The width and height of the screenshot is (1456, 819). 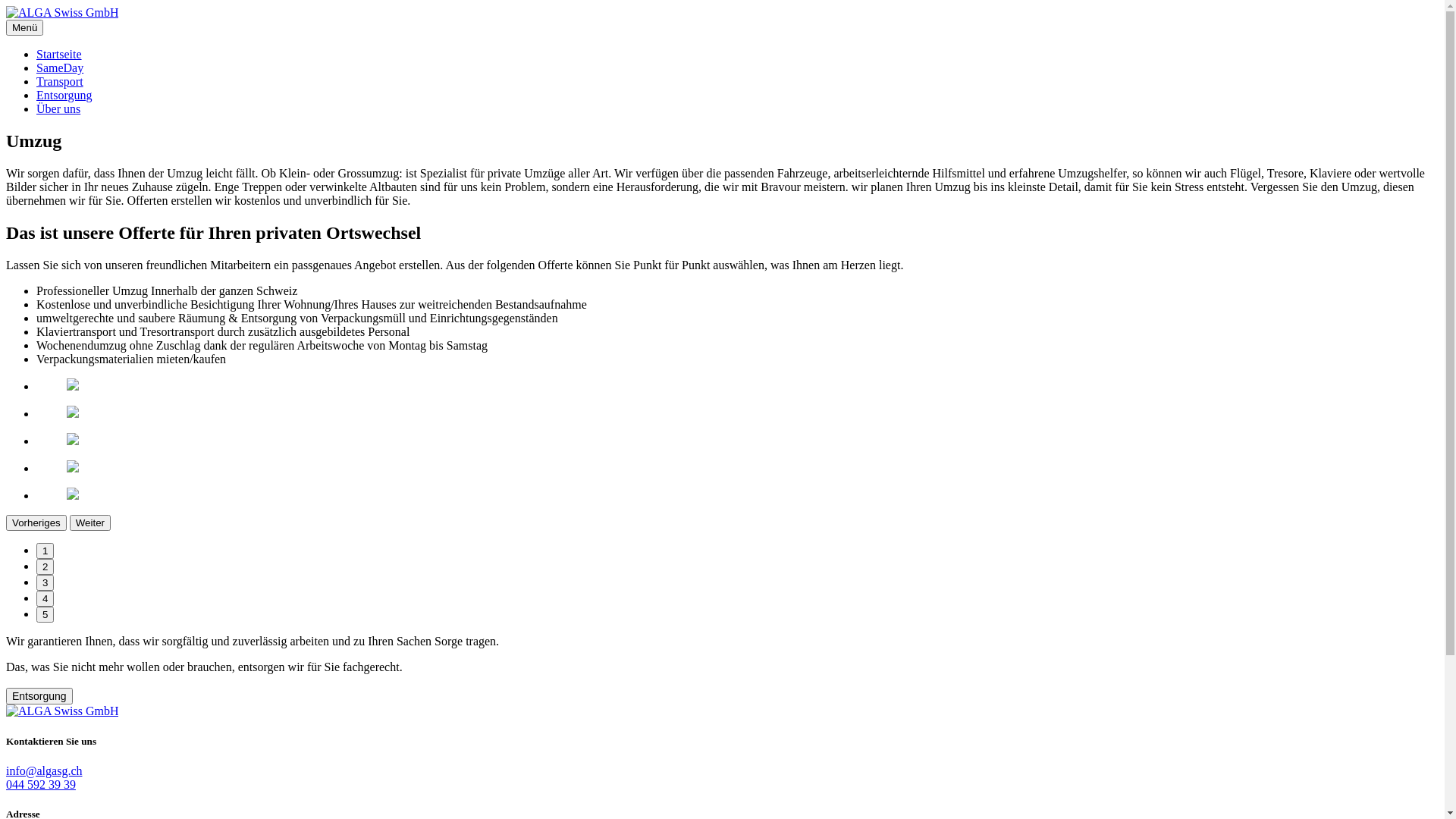 I want to click on 'Entsorgung', so click(x=39, y=696).